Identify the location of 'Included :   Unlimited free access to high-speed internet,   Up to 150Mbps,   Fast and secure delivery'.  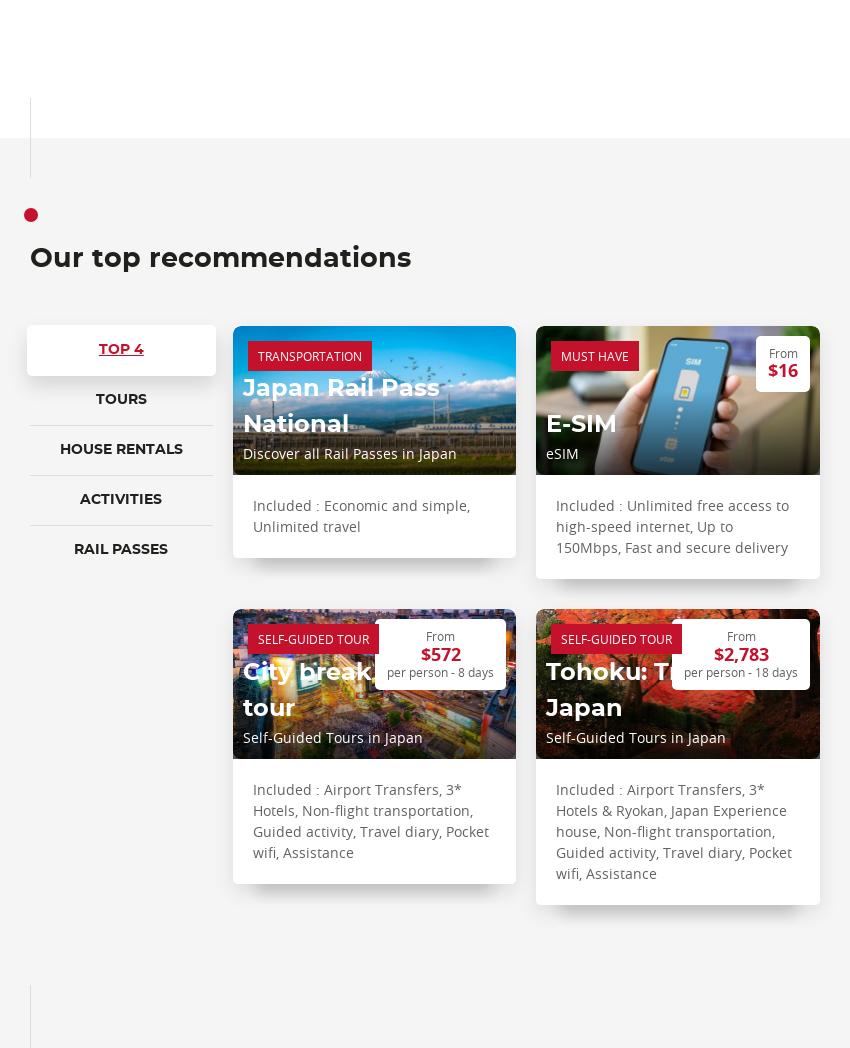
(672, 525).